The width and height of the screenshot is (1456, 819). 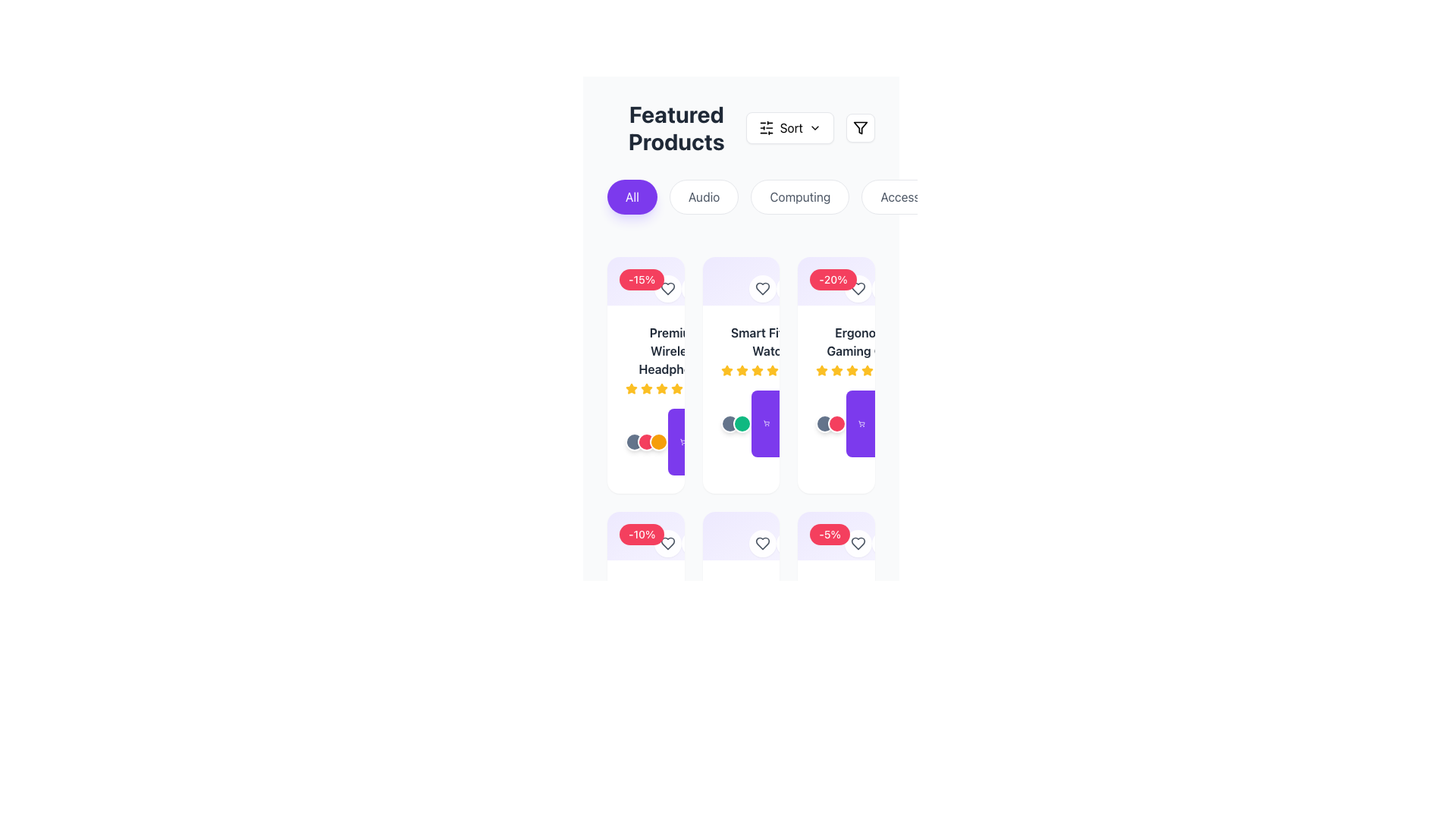 I want to click on the icon for adjusting or filtering settings located within the 'Sort' button at the top-right of the interface, so click(x=766, y=127).